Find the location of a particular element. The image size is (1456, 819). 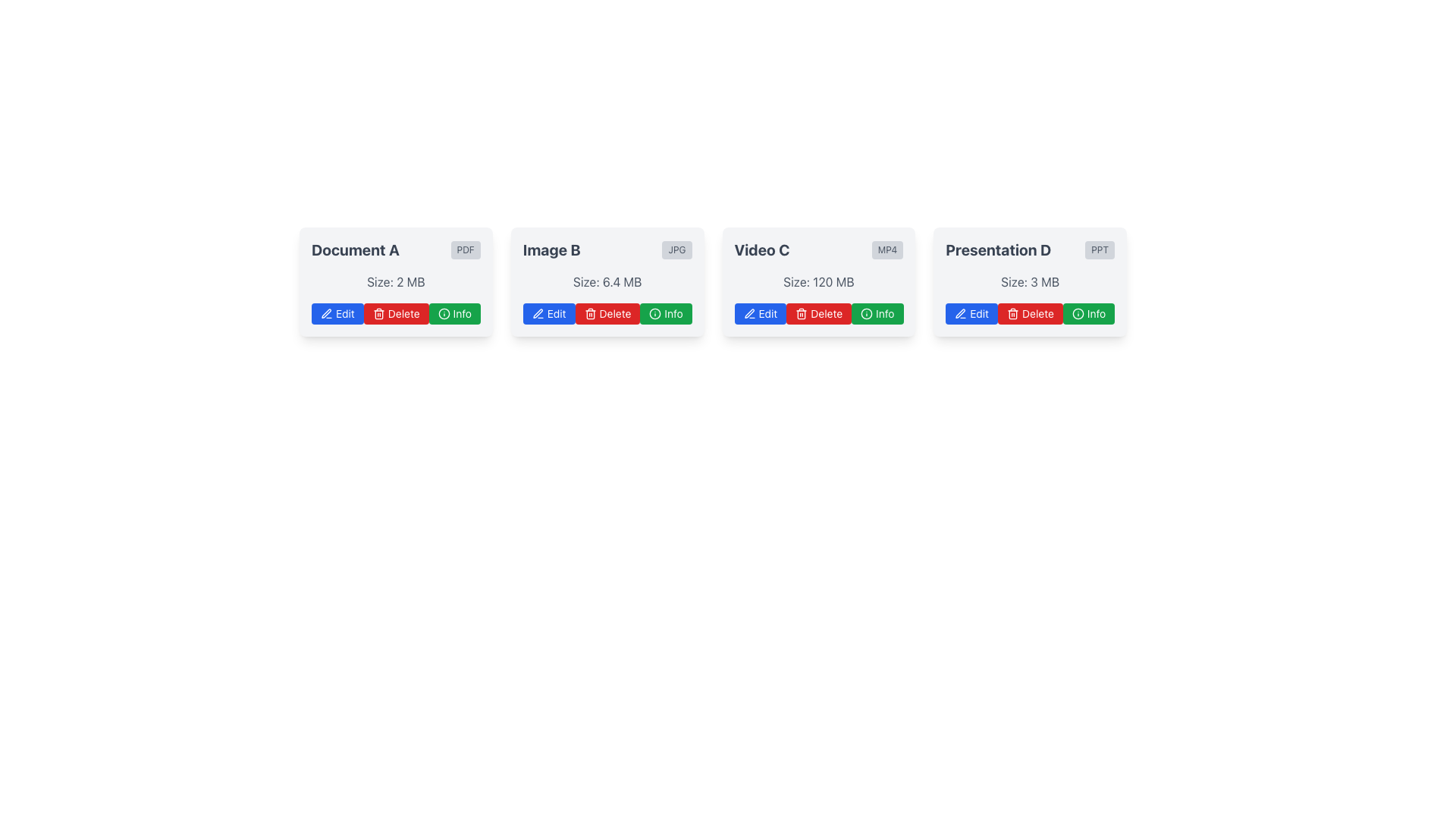

the delete button associated with 'Image B' to change its color indicating interactivity is located at coordinates (607, 312).